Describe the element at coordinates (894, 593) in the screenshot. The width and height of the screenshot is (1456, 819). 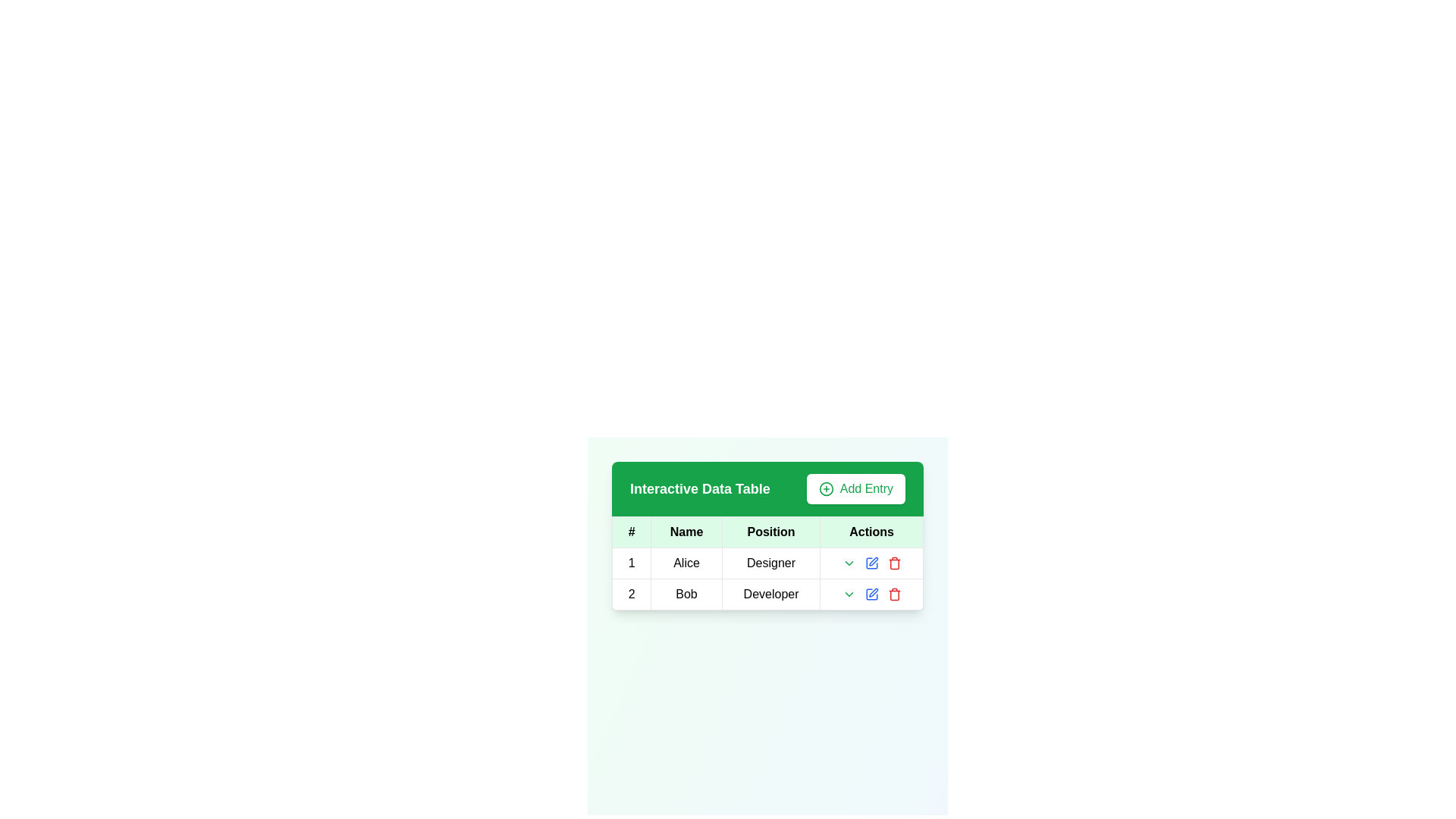
I see `the red trash can icon button in the Actions column of the second row` at that location.